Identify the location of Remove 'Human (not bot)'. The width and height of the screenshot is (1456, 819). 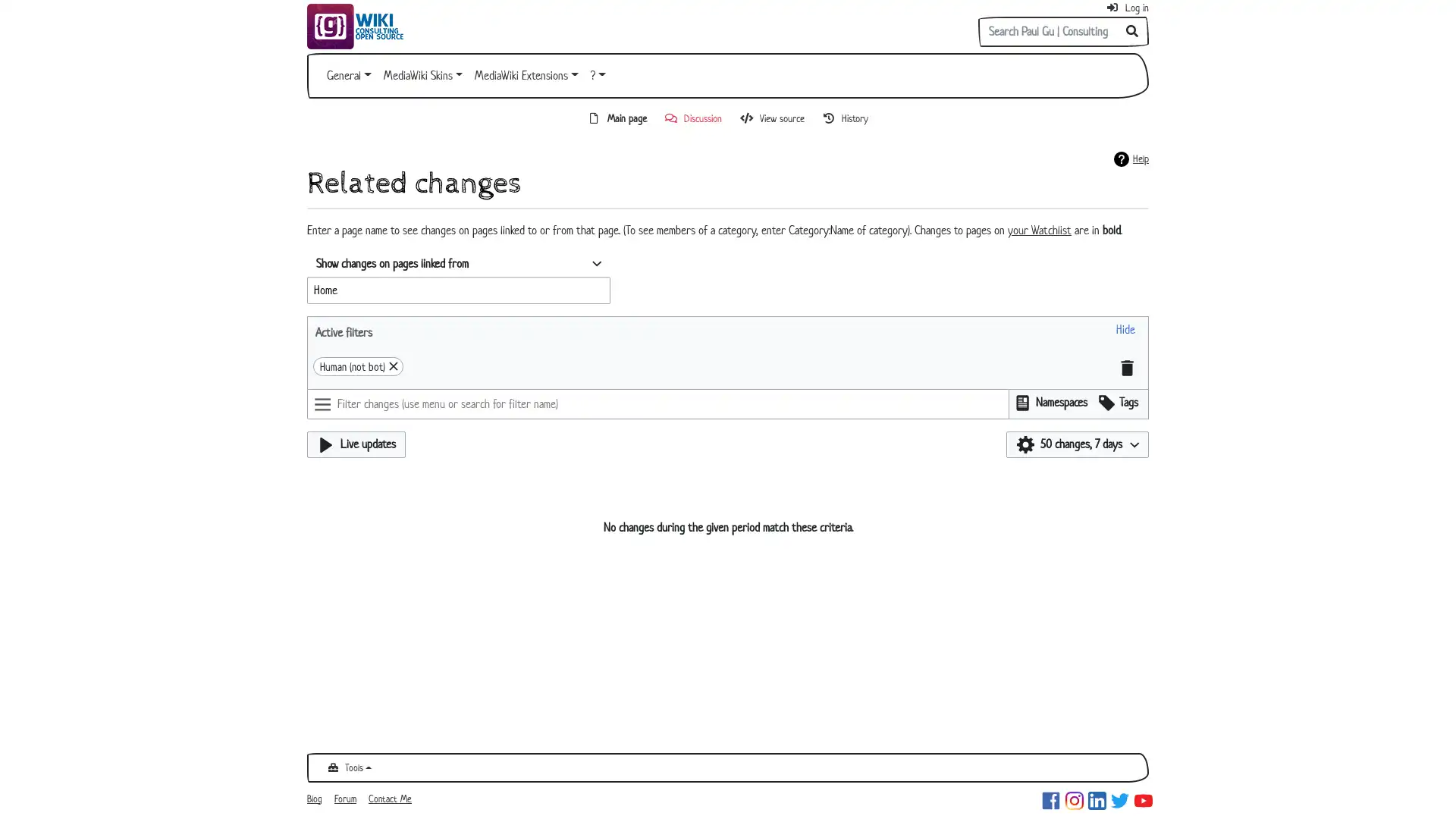
(394, 366).